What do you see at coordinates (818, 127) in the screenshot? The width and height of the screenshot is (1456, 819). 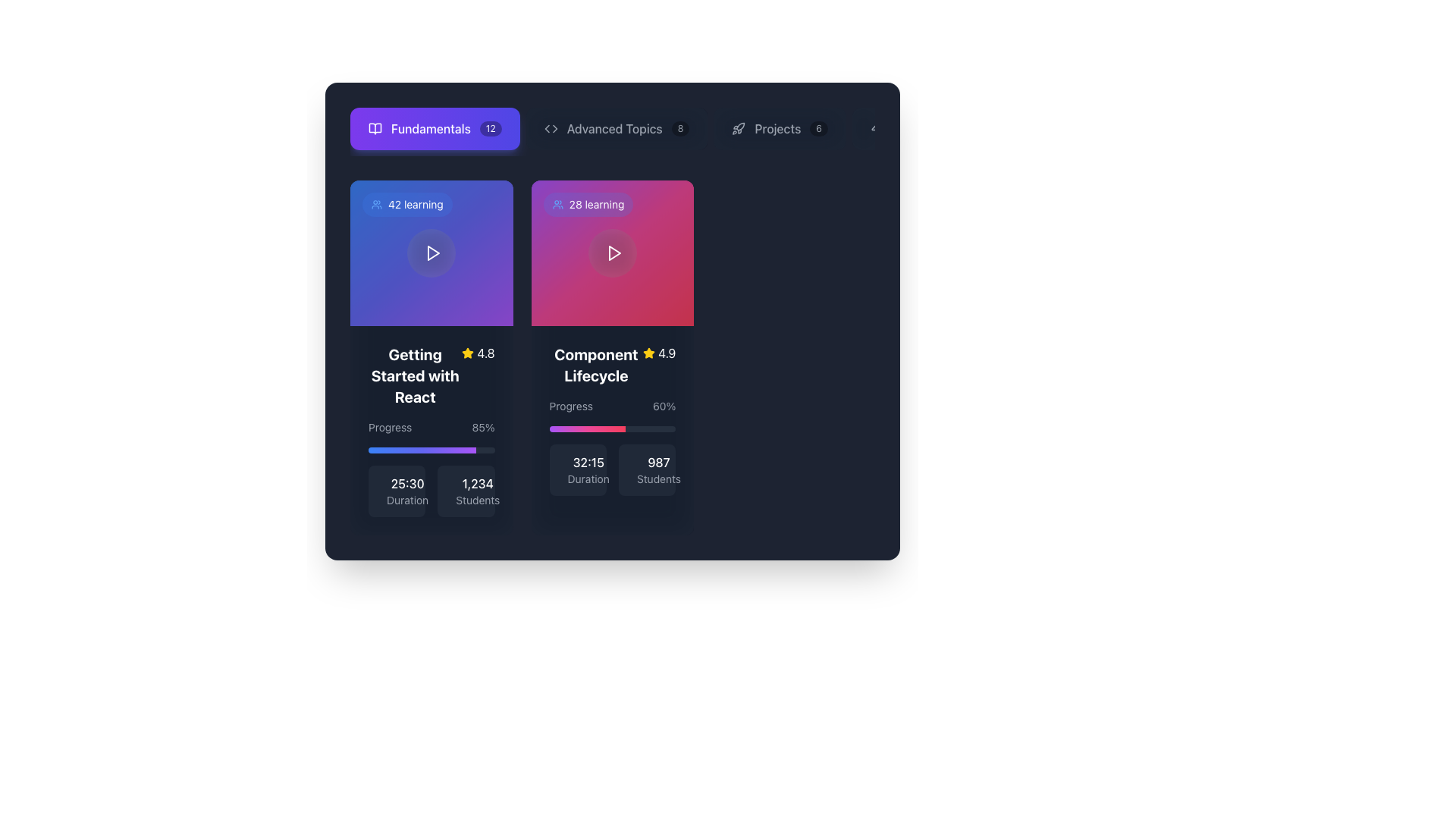 I see `the rounded badge with a dark translucent black background containing the text '6' in white color, located to the right of 'Projects' in the navigation bar` at bounding box center [818, 127].